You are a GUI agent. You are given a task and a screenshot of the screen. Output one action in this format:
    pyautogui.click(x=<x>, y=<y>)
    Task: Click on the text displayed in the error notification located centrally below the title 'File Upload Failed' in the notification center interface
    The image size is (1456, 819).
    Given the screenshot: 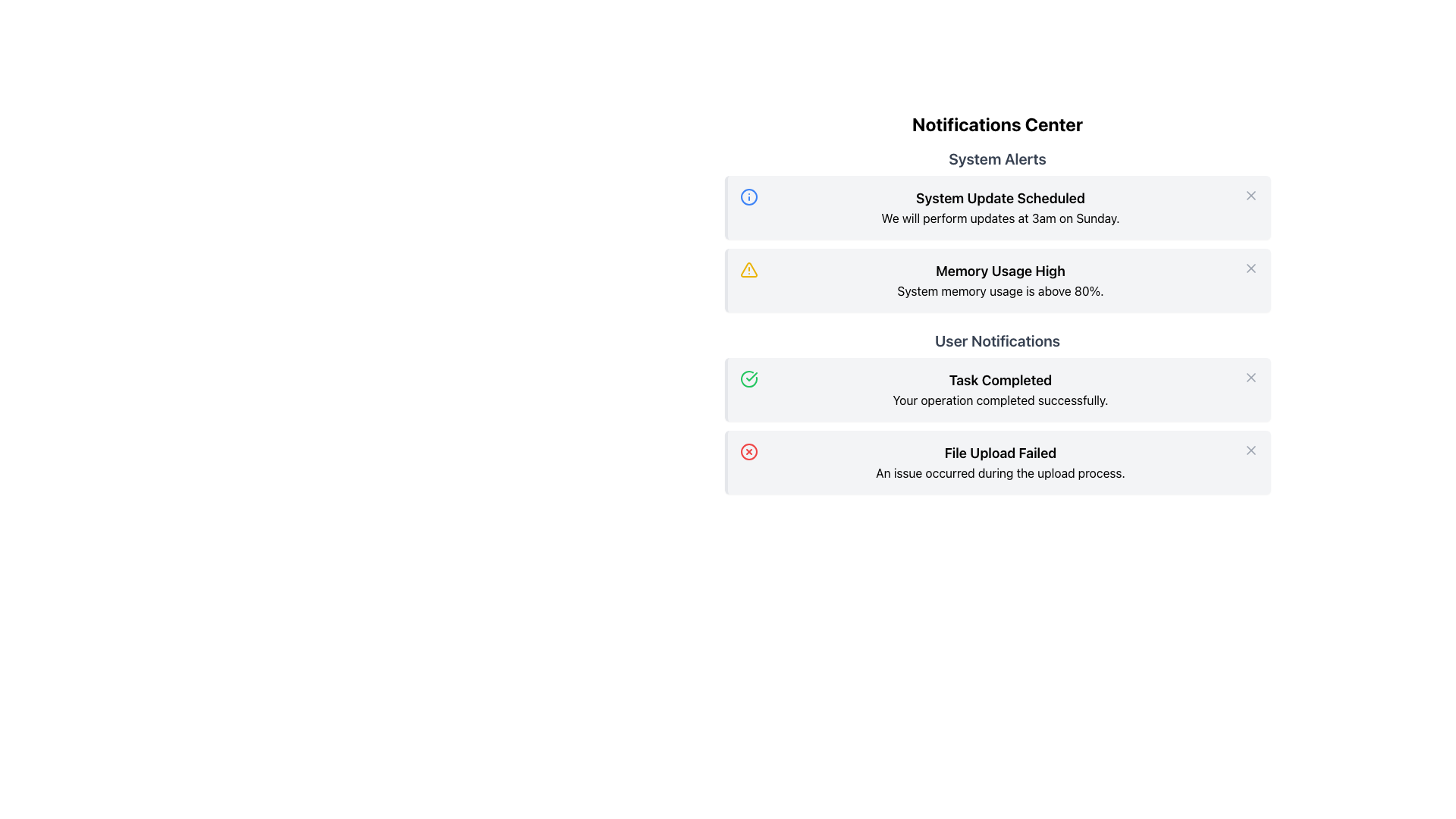 What is the action you would take?
    pyautogui.click(x=1000, y=472)
    